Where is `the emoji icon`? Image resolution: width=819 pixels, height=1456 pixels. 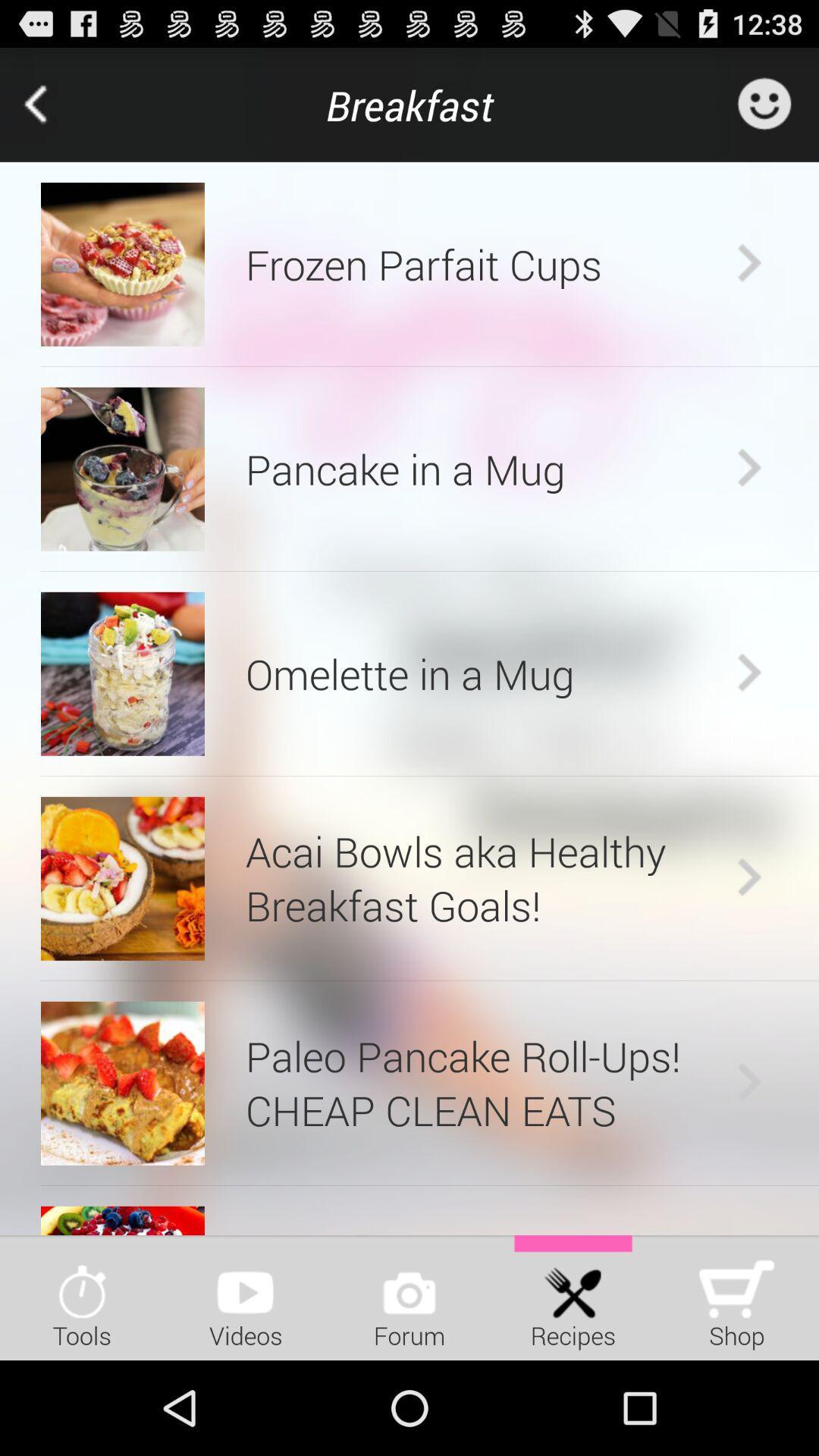 the emoji icon is located at coordinates (764, 111).